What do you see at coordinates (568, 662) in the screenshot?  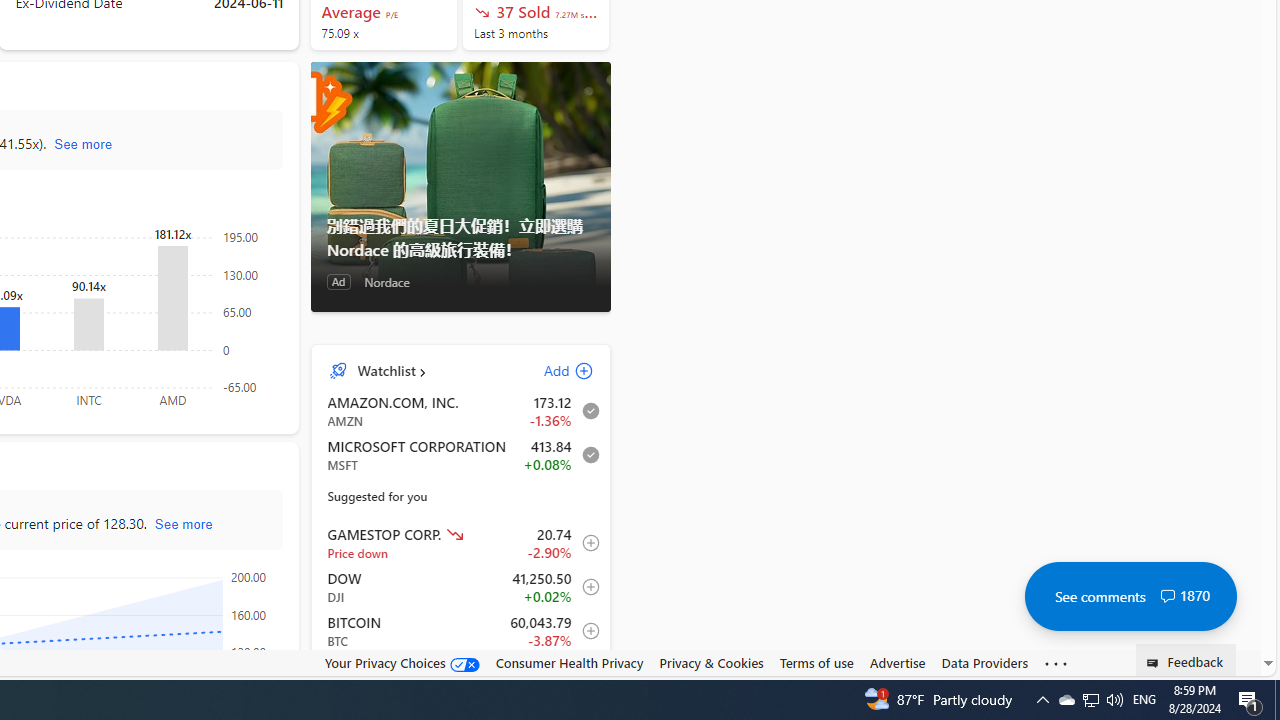 I see `'Consumer Health Privacy'` at bounding box center [568, 662].